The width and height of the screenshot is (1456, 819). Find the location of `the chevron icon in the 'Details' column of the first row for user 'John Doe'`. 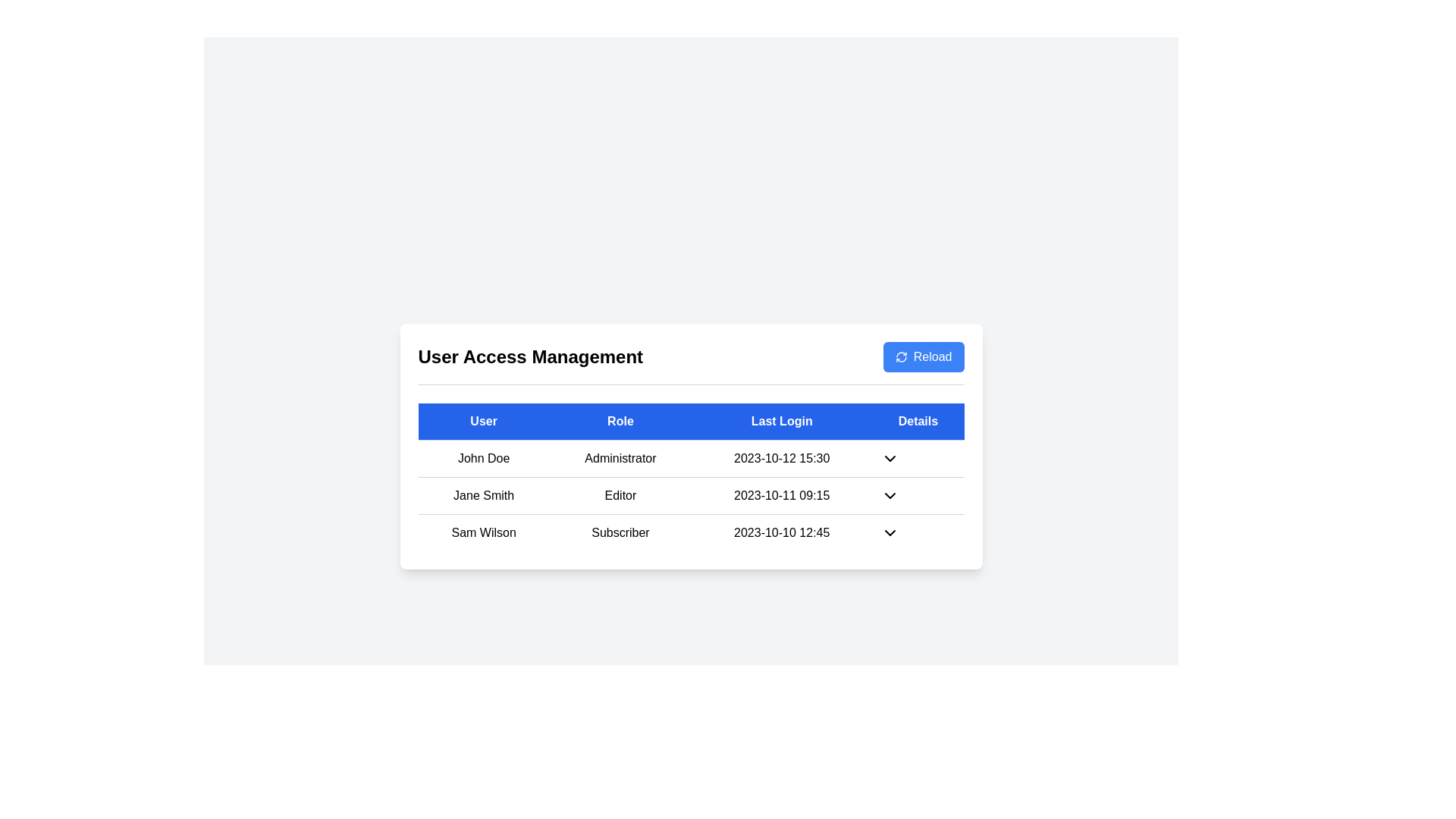

the chevron icon in the 'Details' column of the first row for user 'John Doe' is located at coordinates (890, 458).